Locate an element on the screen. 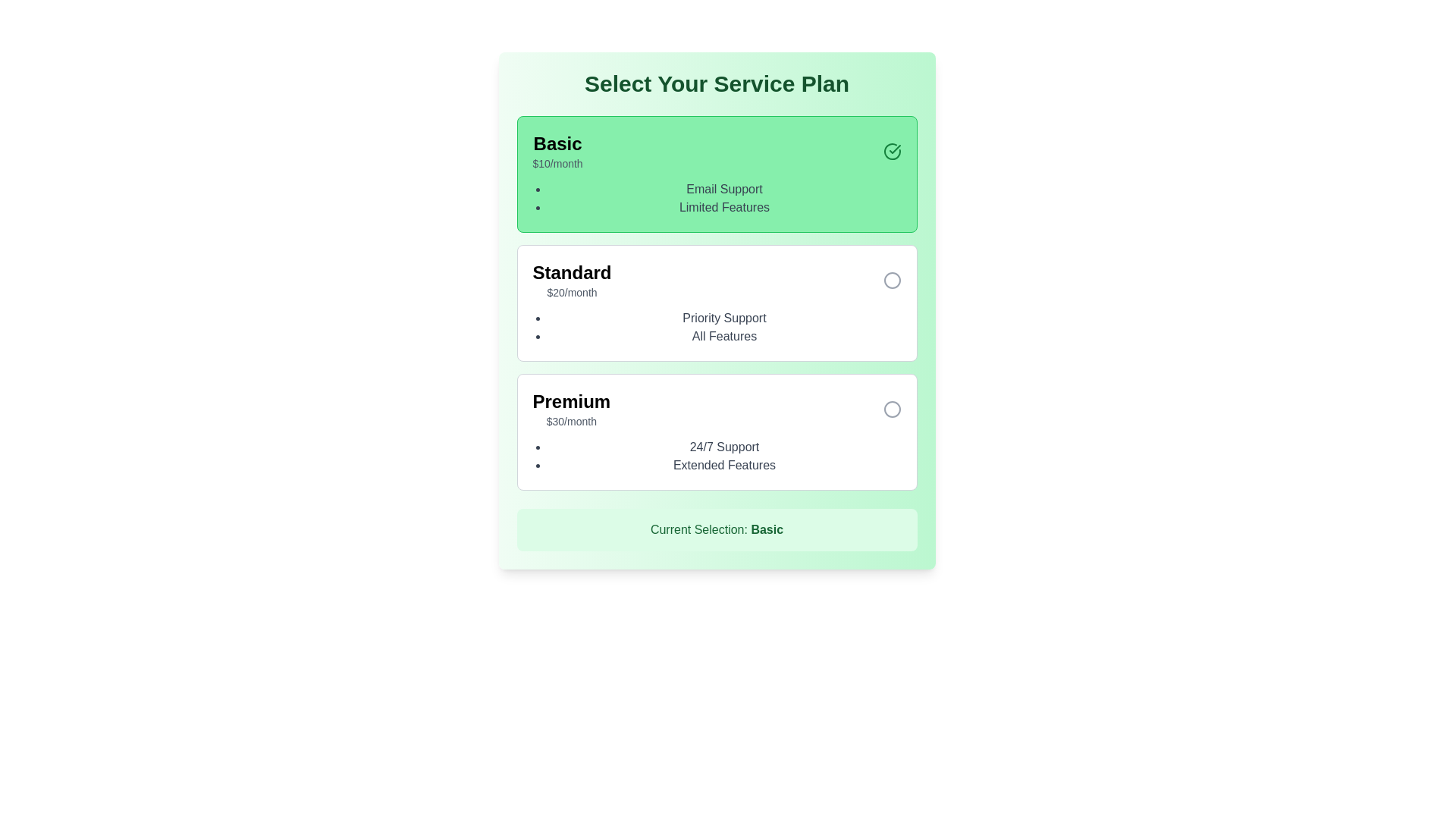 Image resolution: width=1456 pixels, height=819 pixels. displayed text of the text section that says 'Current Selection: Basic', which has a light green background and rounded corners is located at coordinates (716, 529).